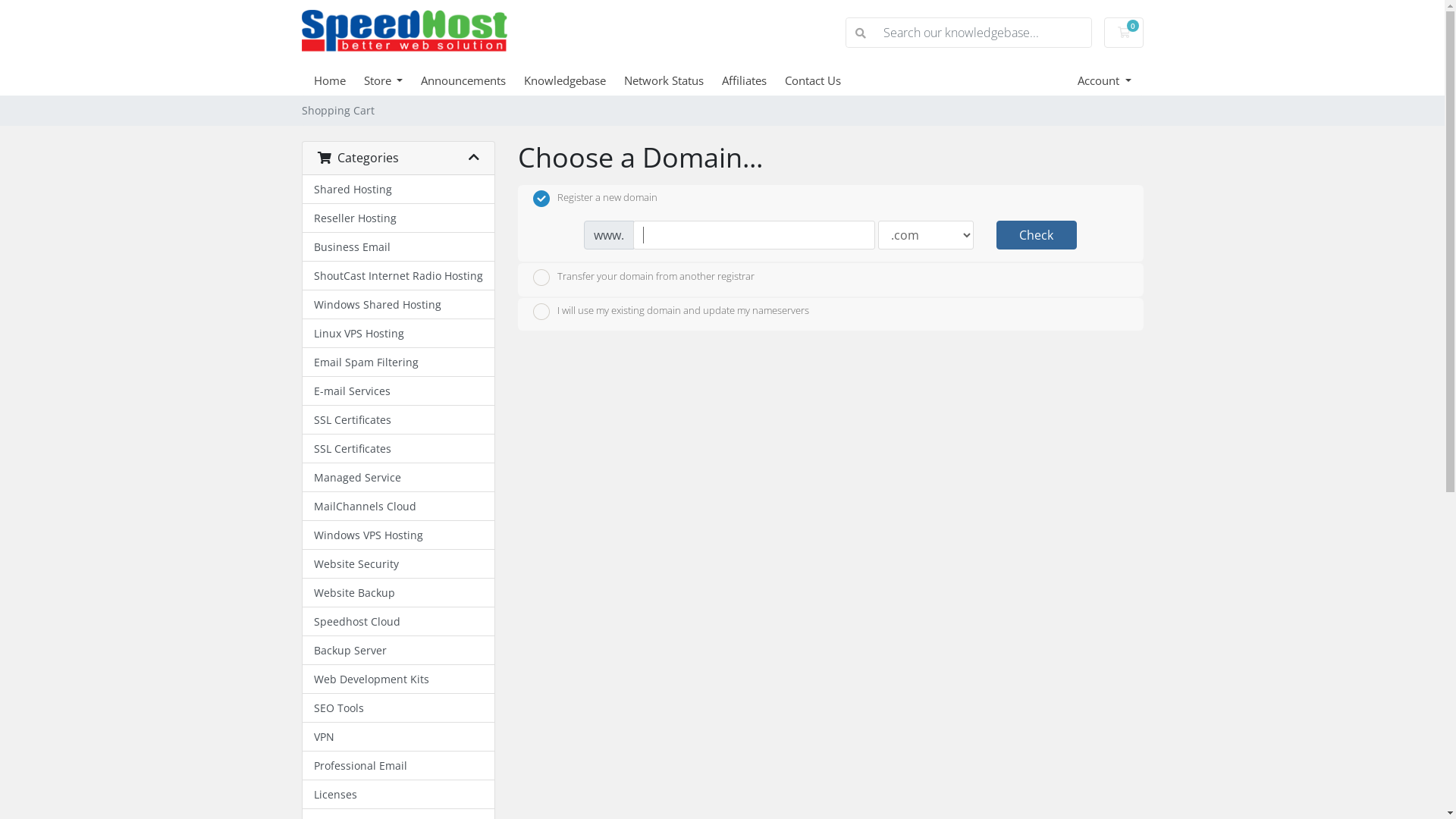 This screenshot has width=1456, height=819. Describe the element at coordinates (397, 391) in the screenshot. I see `'E-mail Services'` at that location.